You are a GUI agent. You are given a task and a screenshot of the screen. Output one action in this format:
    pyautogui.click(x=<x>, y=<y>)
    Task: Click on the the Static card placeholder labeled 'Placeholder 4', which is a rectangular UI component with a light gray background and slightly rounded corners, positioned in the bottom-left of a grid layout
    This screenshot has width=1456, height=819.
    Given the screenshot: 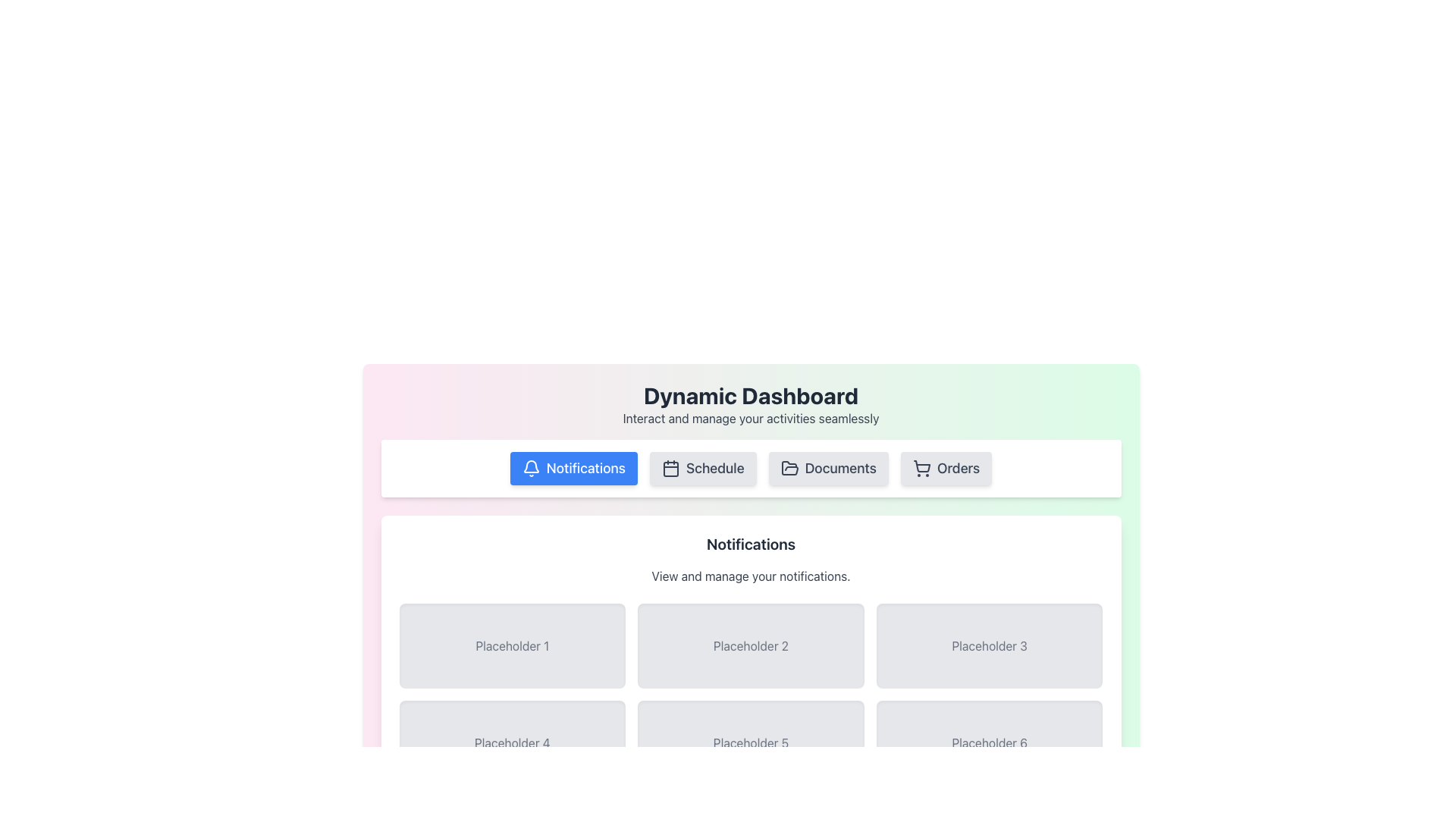 What is the action you would take?
    pyautogui.click(x=512, y=742)
    